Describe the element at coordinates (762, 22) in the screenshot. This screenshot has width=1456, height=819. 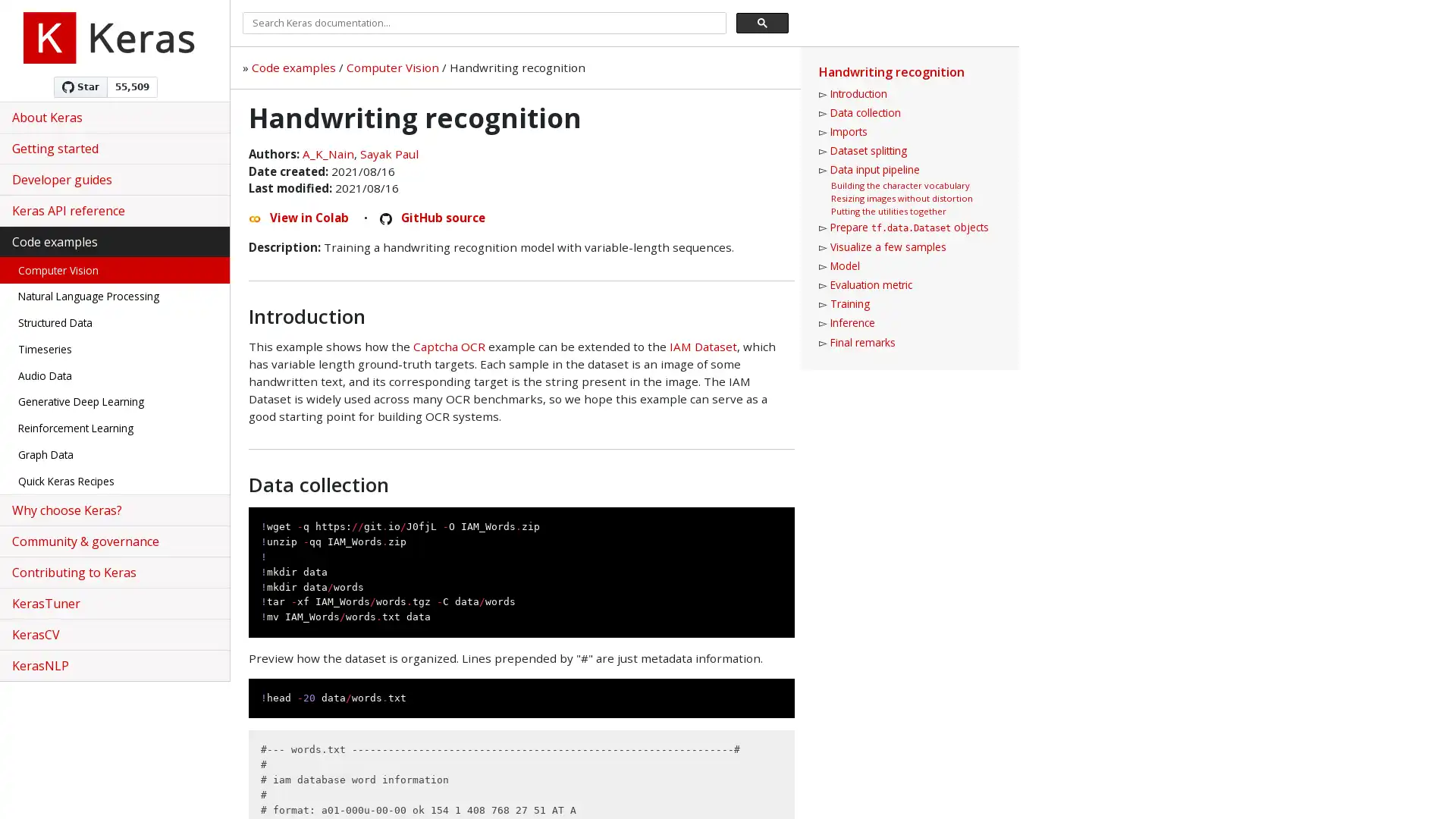
I see `search` at that location.